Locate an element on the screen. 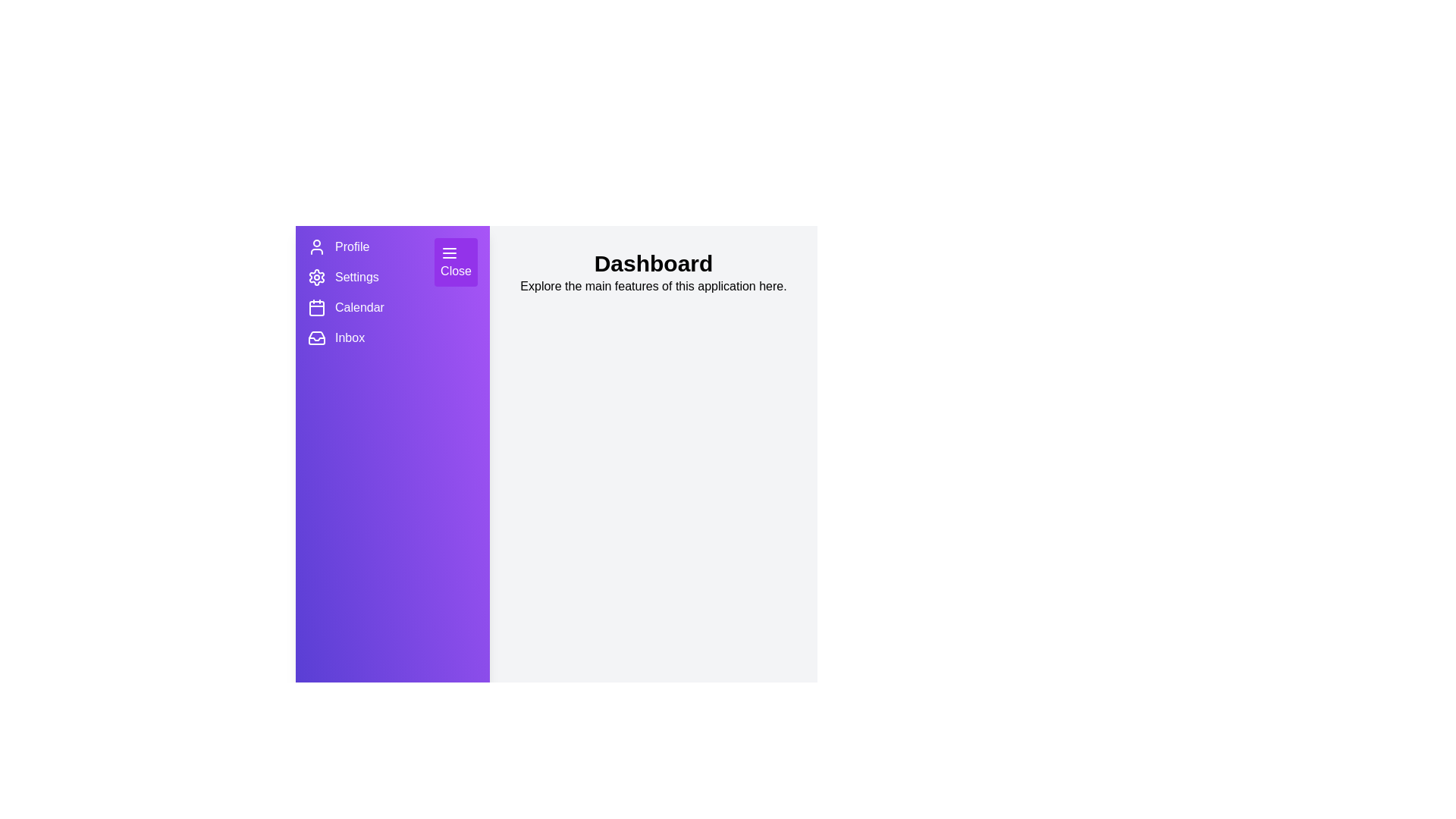 The image size is (1456, 819). the close button to toggle the drawer visibility is located at coordinates (455, 262).